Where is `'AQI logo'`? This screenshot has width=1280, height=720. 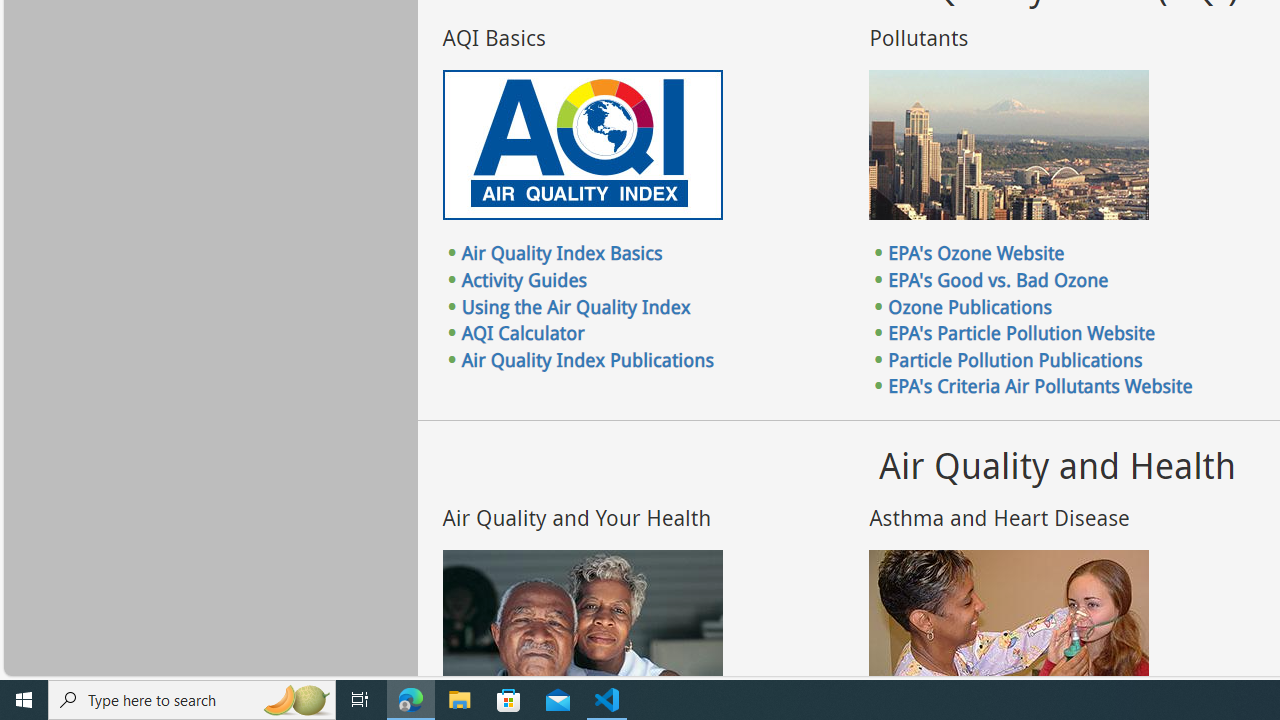 'AQI logo' is located at coordinates (581, 144).